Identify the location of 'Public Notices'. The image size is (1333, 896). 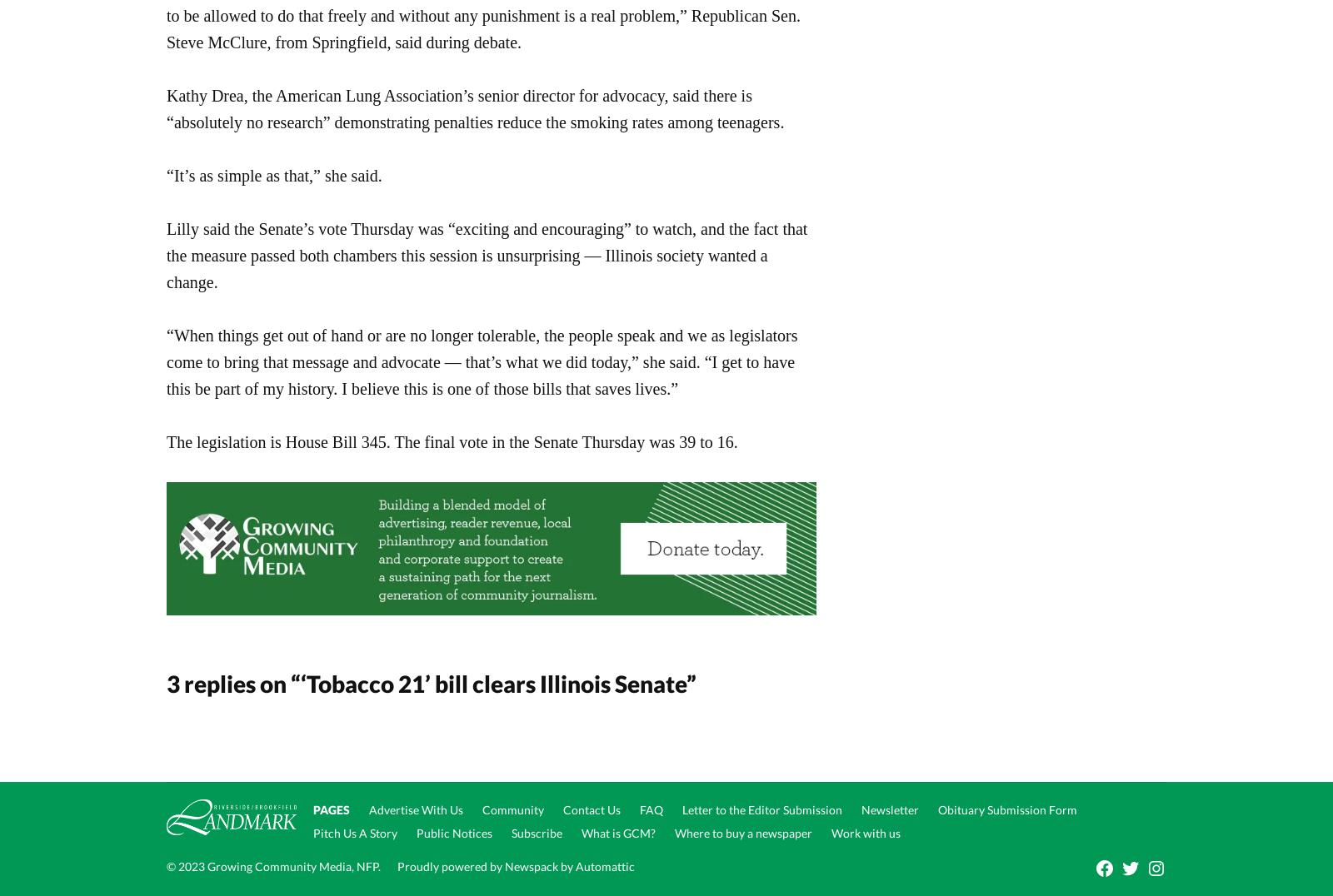
(452, 831).